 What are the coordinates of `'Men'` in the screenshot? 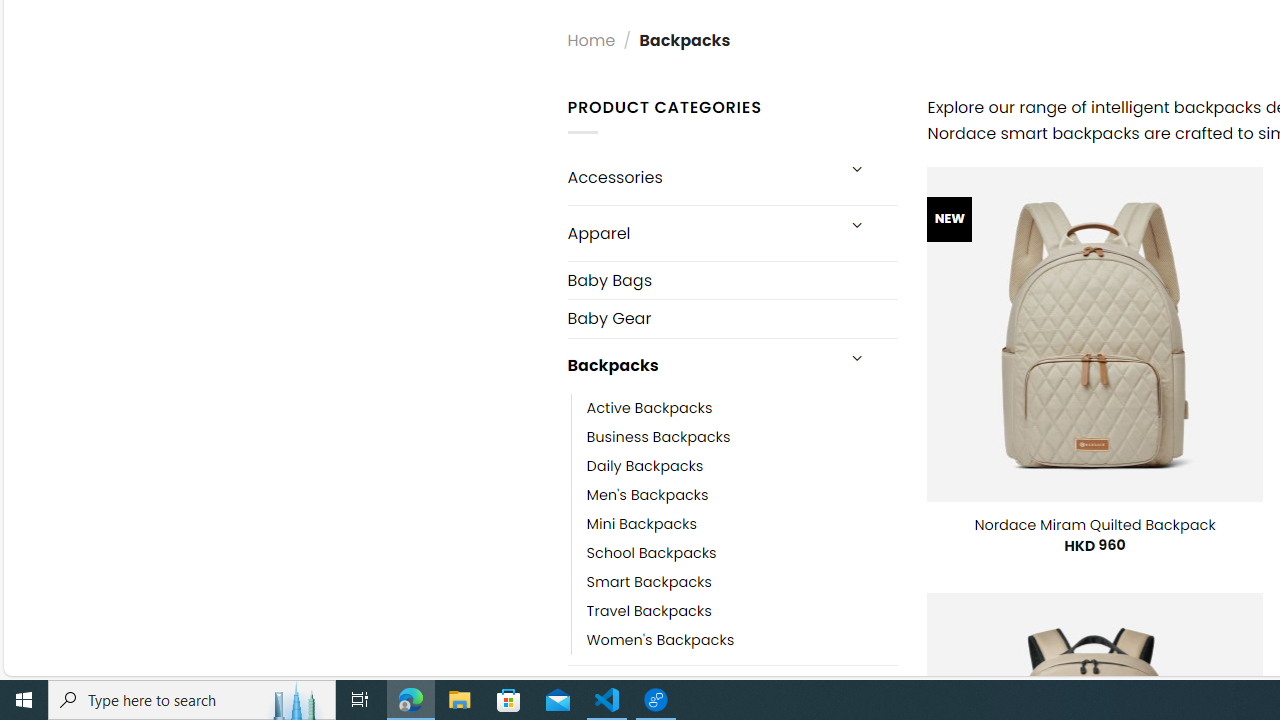 It's located at (647, 495).